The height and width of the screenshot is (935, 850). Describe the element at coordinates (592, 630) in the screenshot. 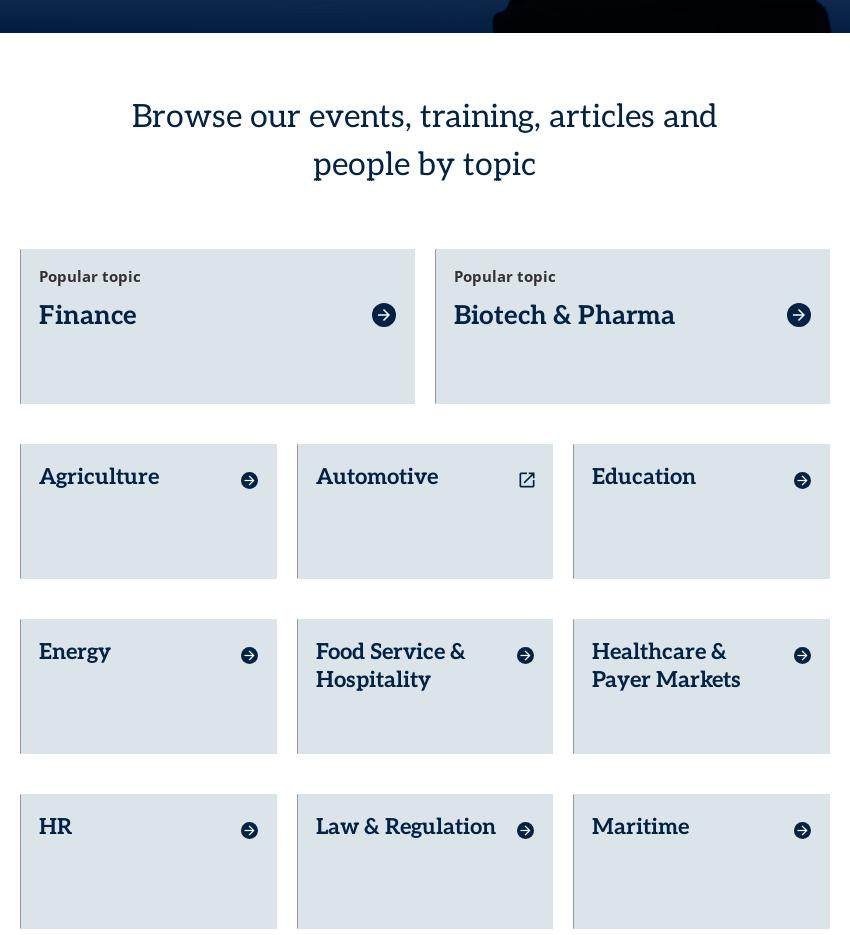

I see `'Healthcare & Payer Markets'` at that location.